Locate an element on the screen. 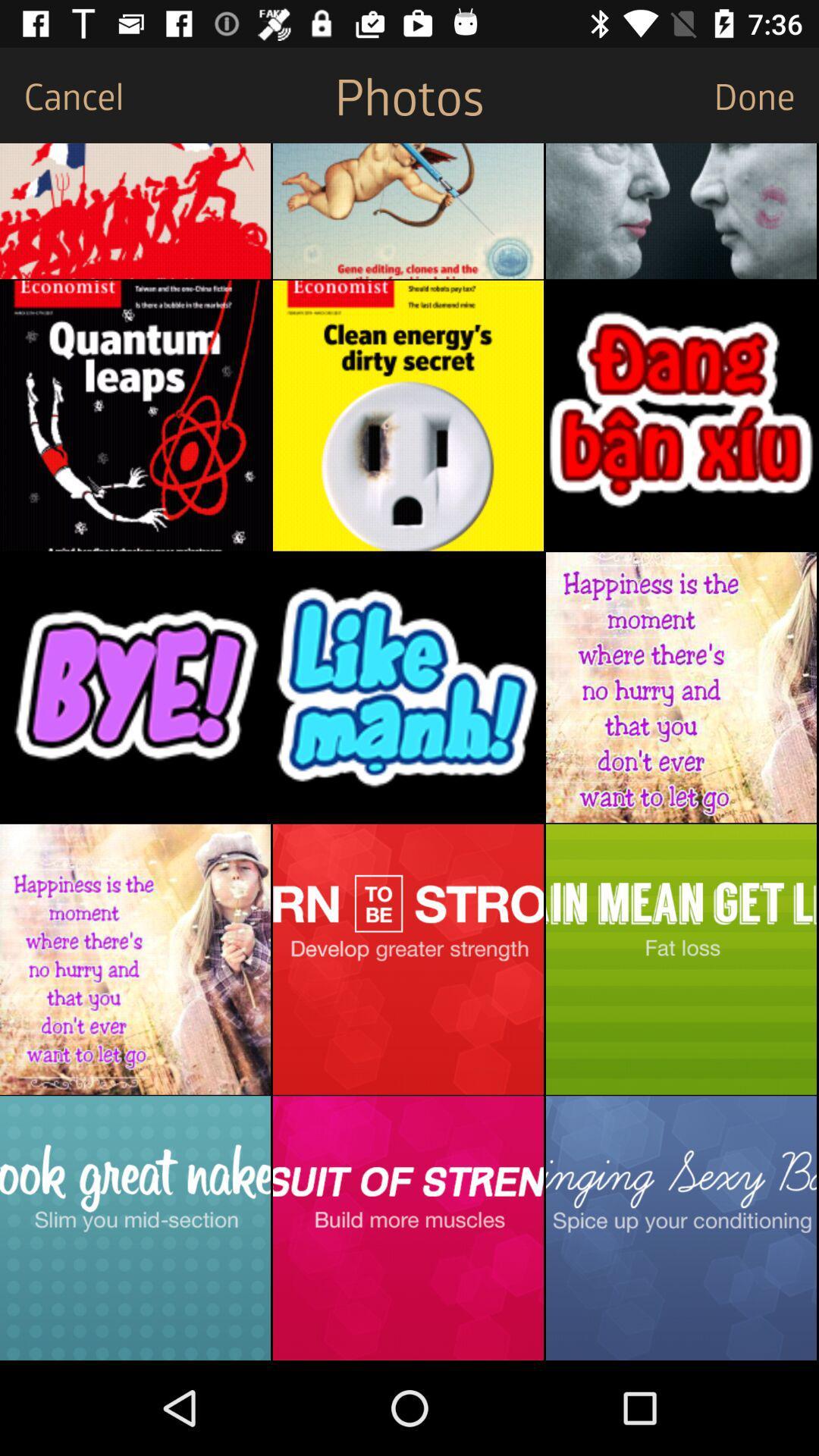  one picture is located at coordinates (407, 1228).